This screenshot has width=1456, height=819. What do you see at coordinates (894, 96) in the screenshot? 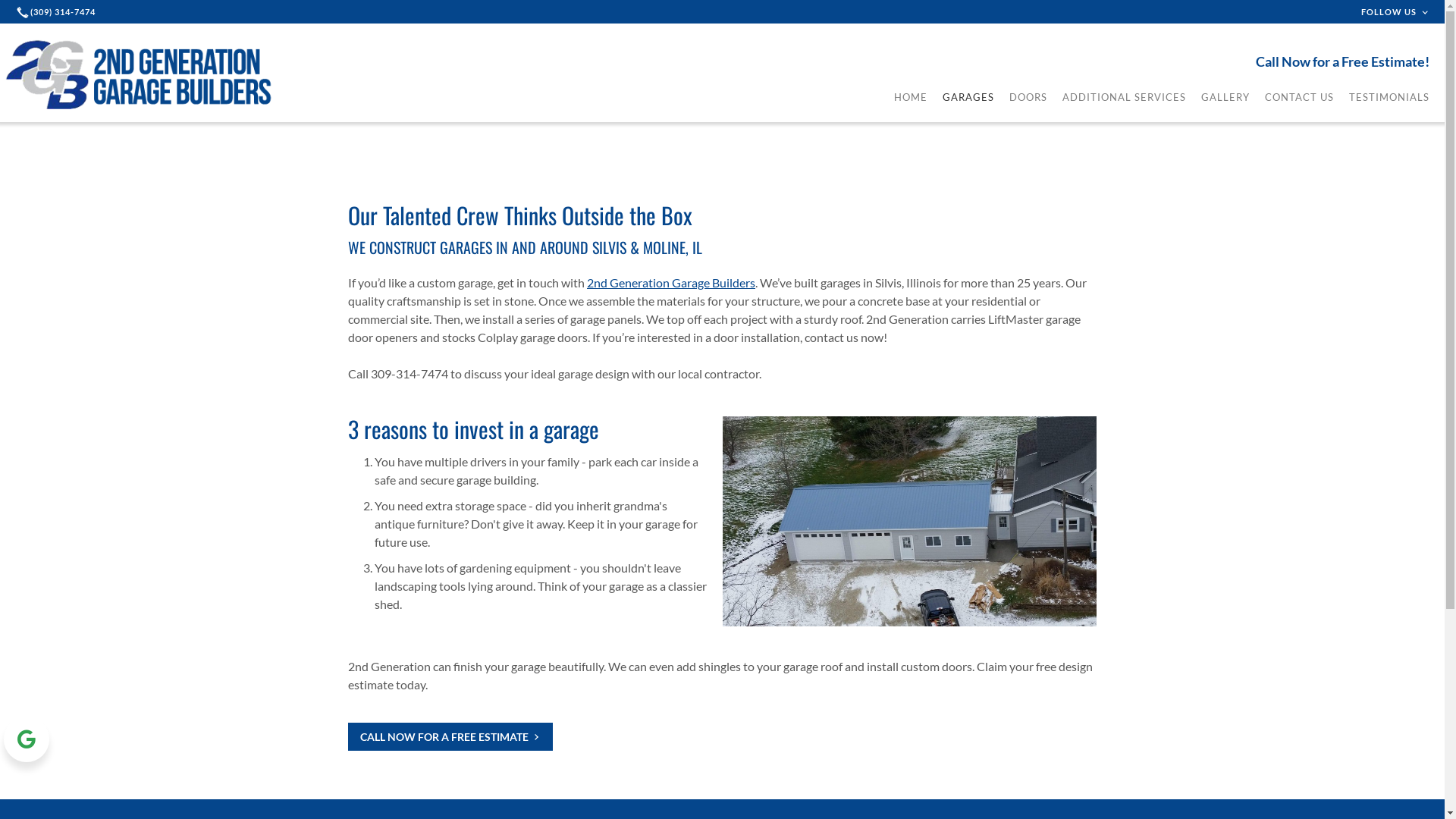
I see `'HOME'` at bounding box center [894, 96].